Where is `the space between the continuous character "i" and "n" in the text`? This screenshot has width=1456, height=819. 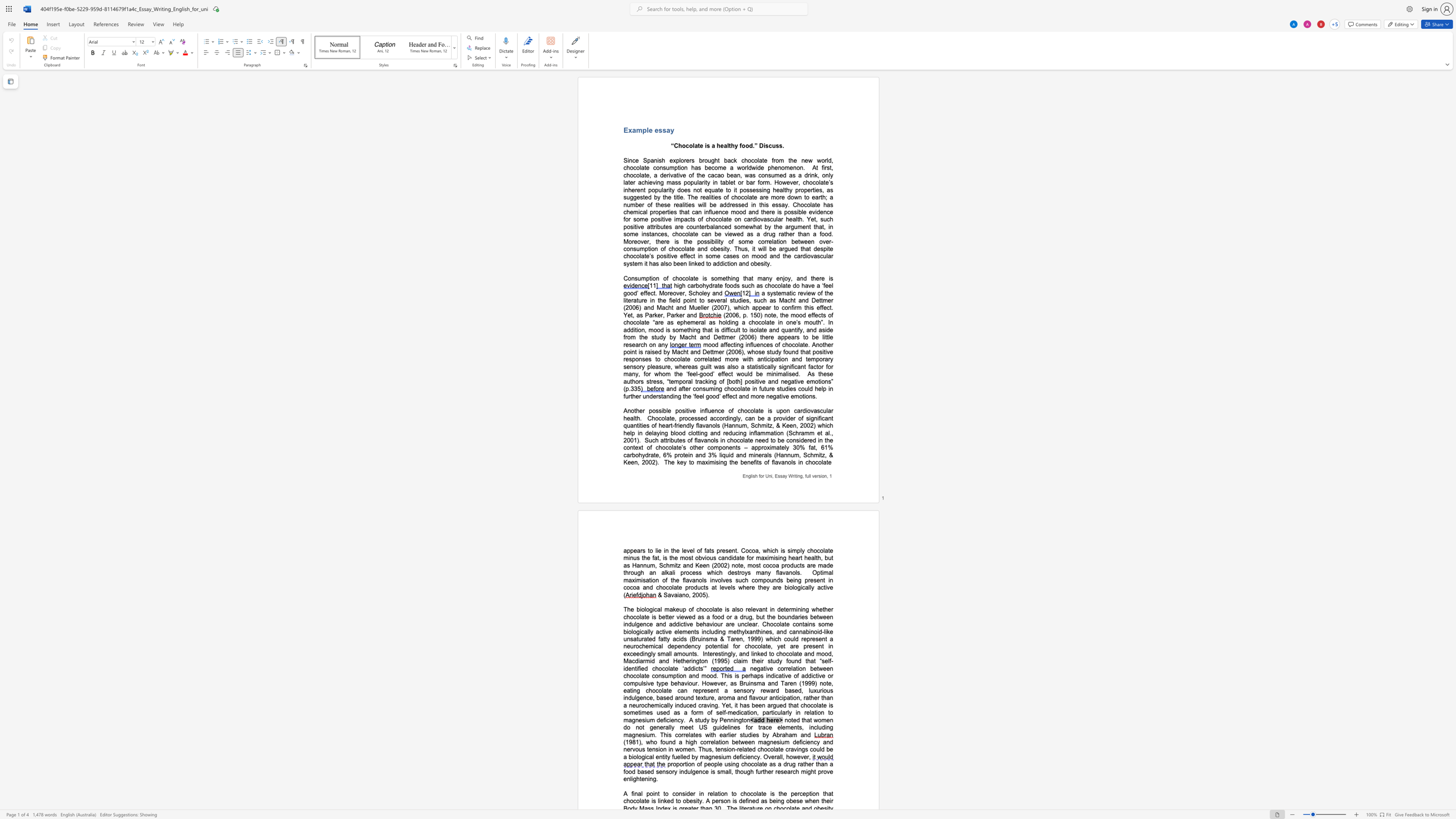 the space between the continuous character "i" and "n" in the text is located at coordinates (693, 661).